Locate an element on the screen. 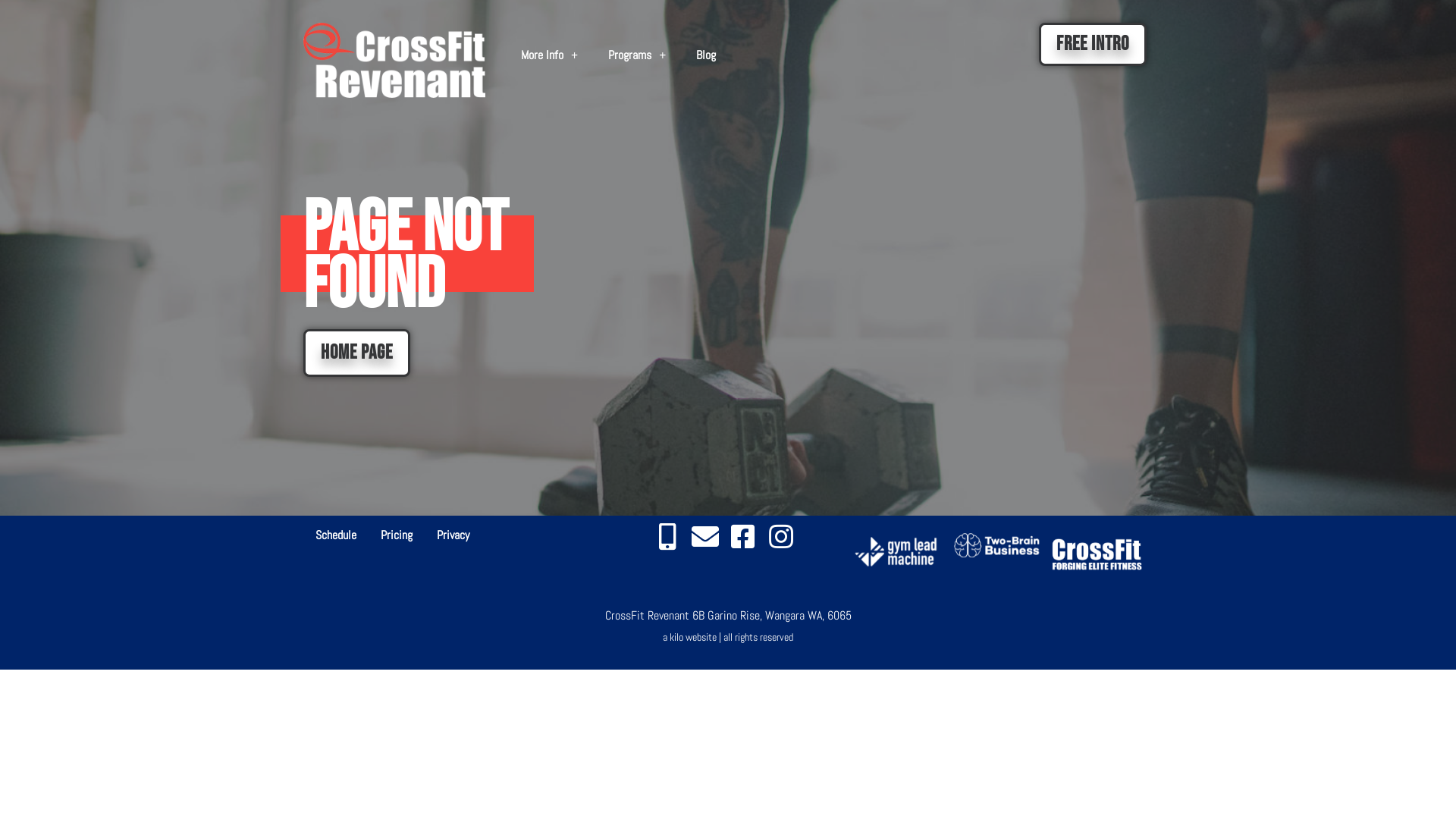 The width and height of the screenshot is (1456, 819). 'a kilo website' is located at coordinates (689, 637).